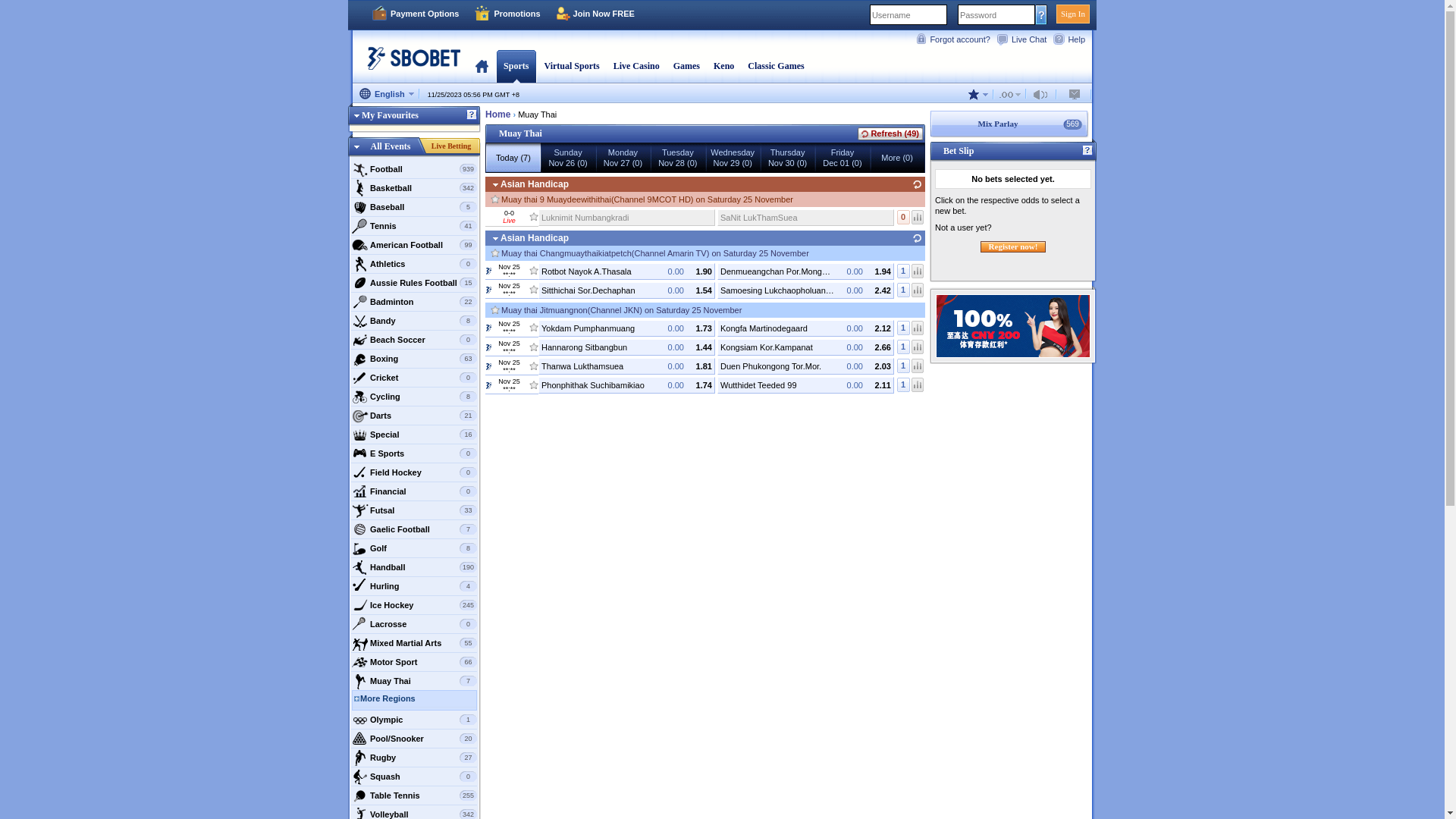  What do you see at coordinates (775, 65) in the screenshot?
I see `'Classic Games'` at bounding box center [775, 65].